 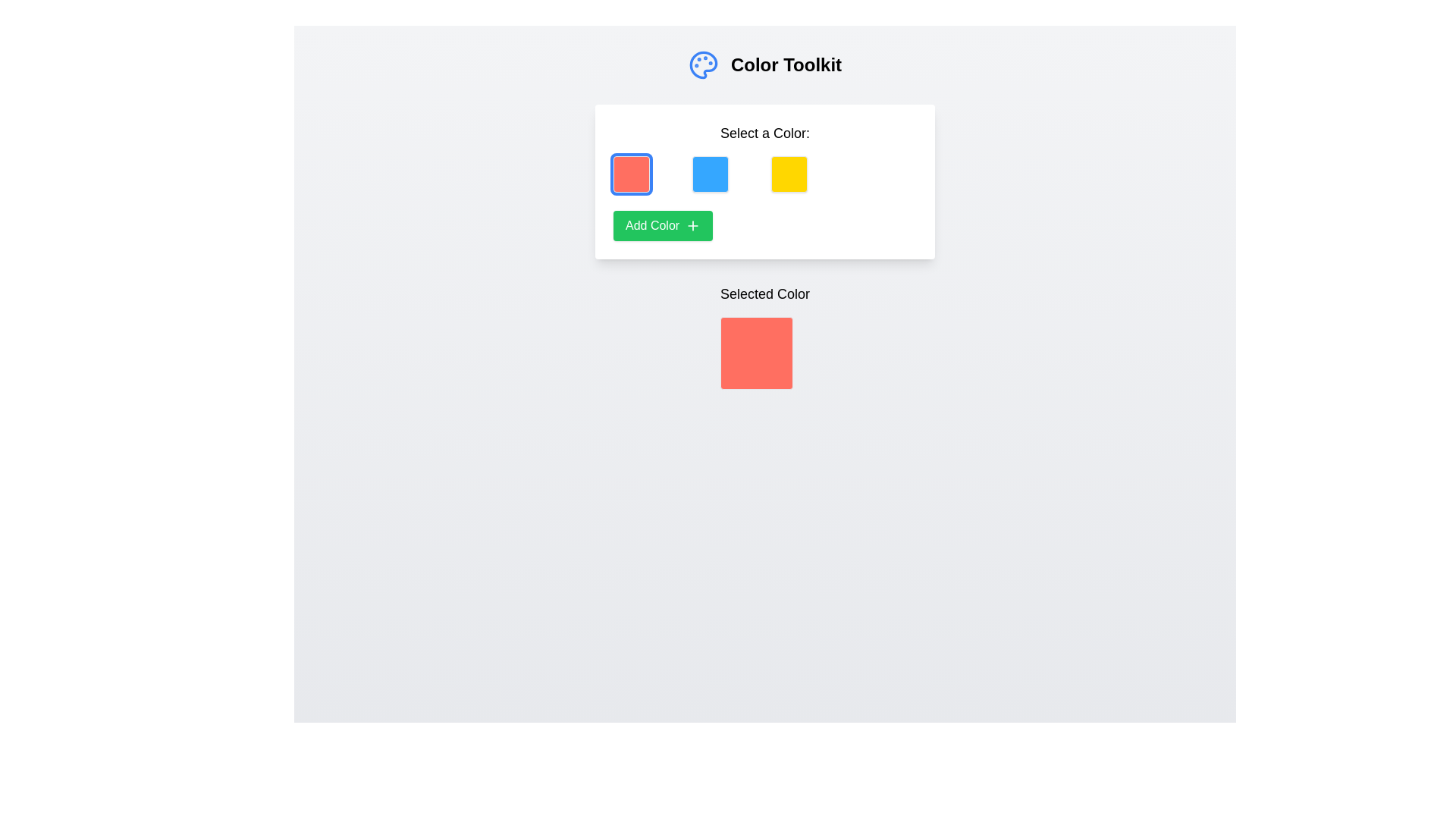 I want to click on the green rectangular button labeled 'Add Color', so click(x=663, y=225).